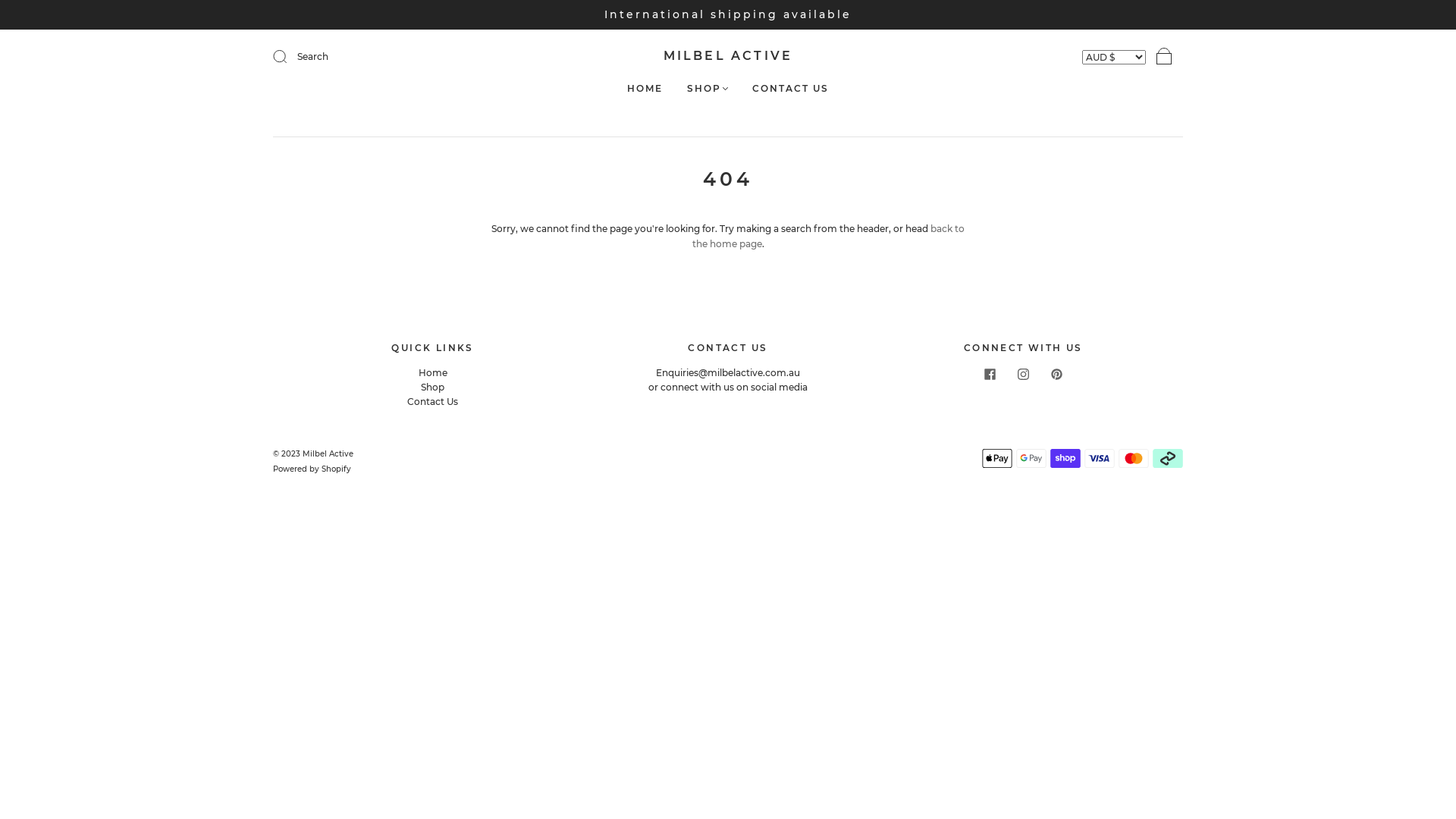  I want to click on 'SHOP', so click(706, 88).